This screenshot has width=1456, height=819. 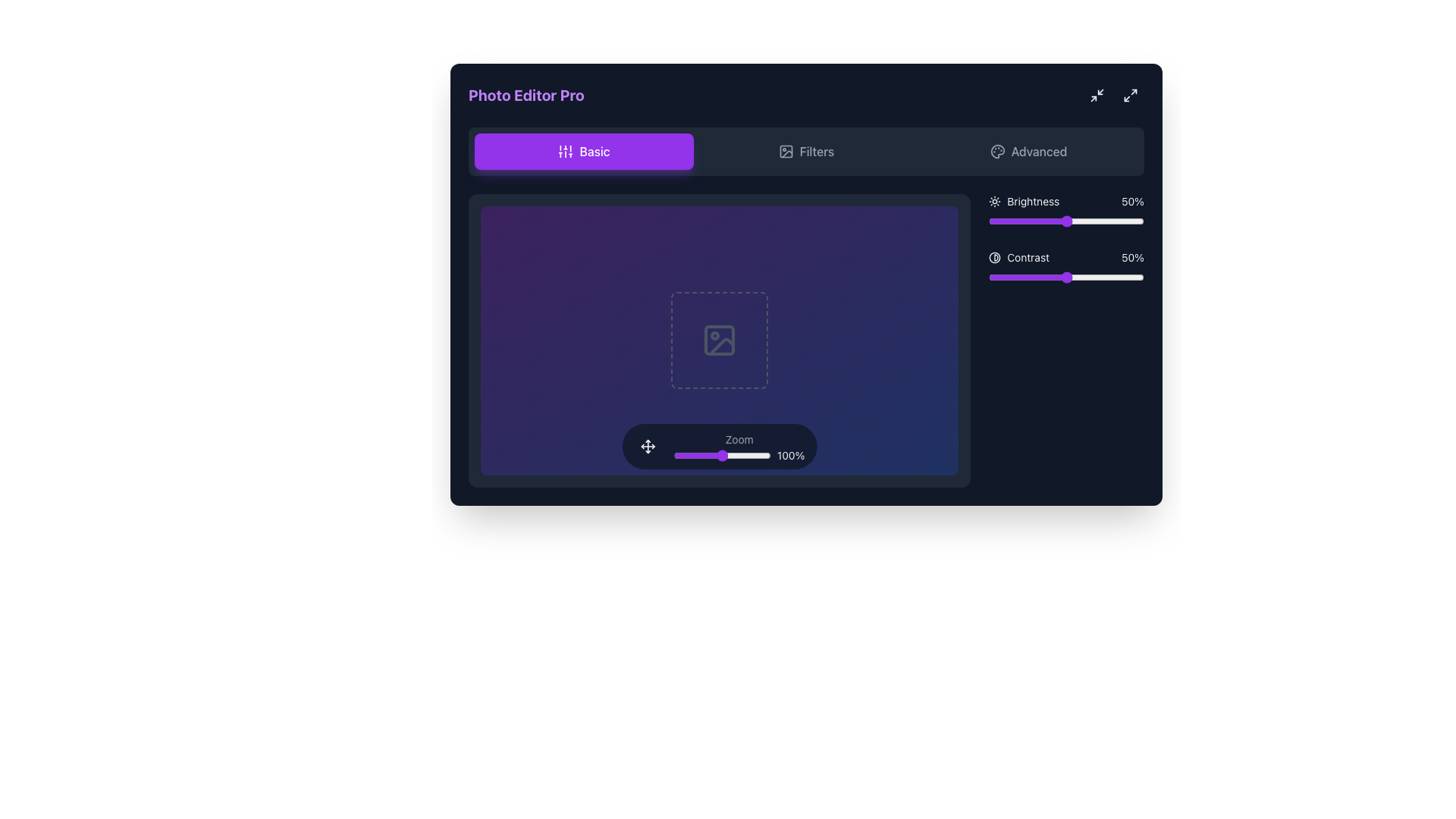 I want to click on within the main editing interface of the application that allows users, so click(x=805, y=340).